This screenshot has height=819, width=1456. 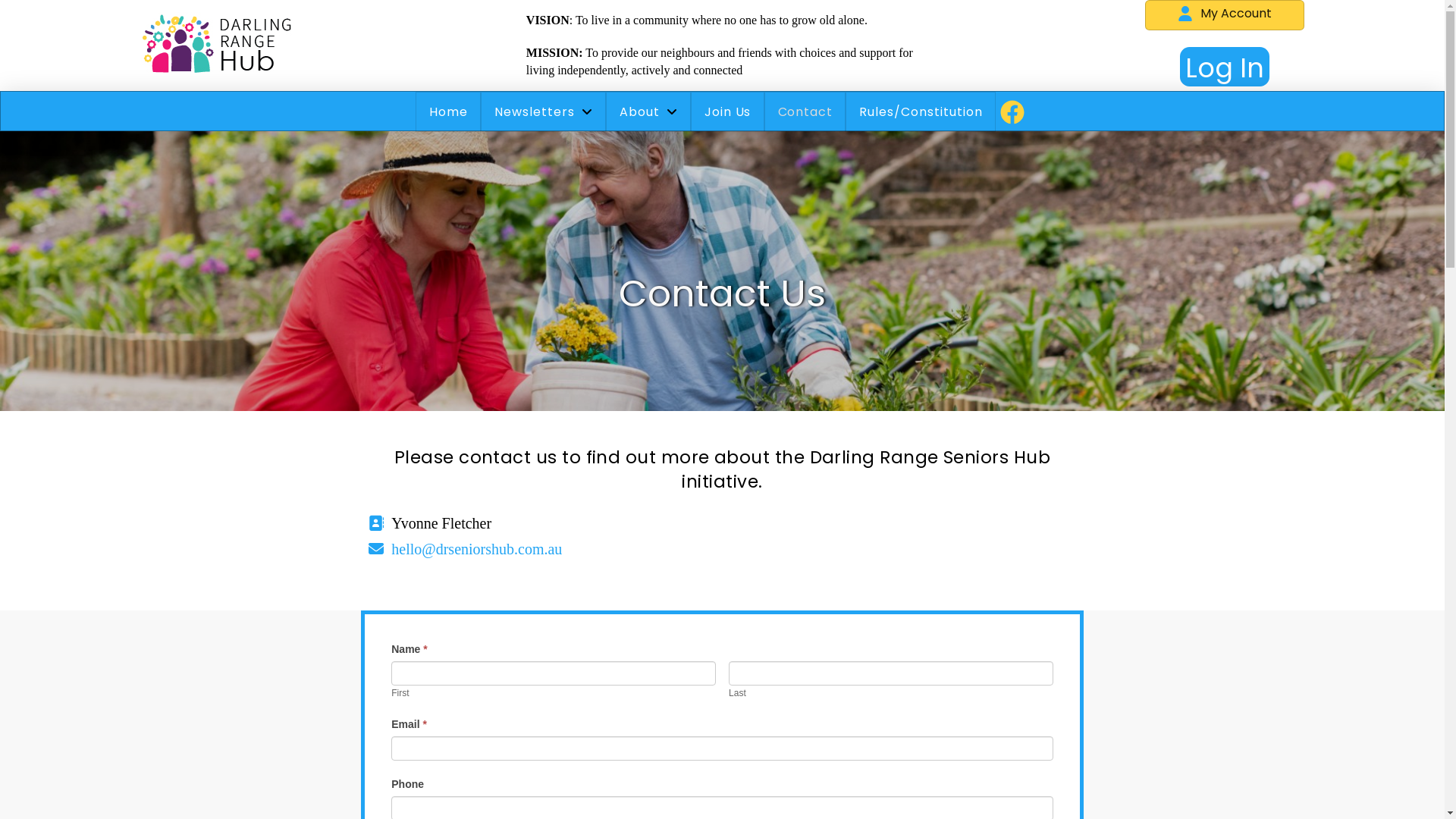 What do you see at coordinates (648, 111) in the screenshot?
I see `'About'` at bounding box center [648, 111].